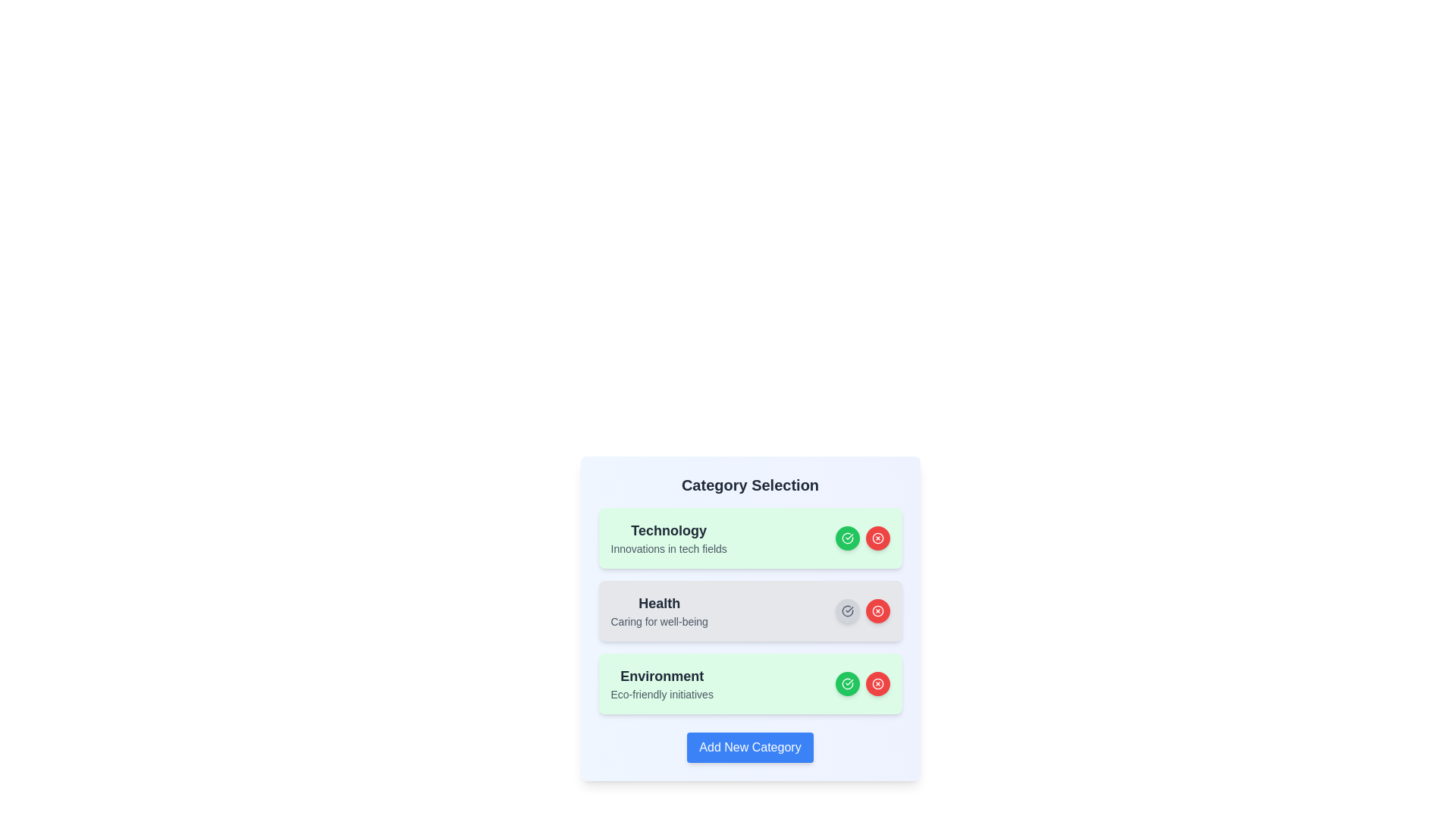  Describe the element at coordinates (750, 747) in the screenshot. I see `'Add New Category' button to add a new category` at that location.